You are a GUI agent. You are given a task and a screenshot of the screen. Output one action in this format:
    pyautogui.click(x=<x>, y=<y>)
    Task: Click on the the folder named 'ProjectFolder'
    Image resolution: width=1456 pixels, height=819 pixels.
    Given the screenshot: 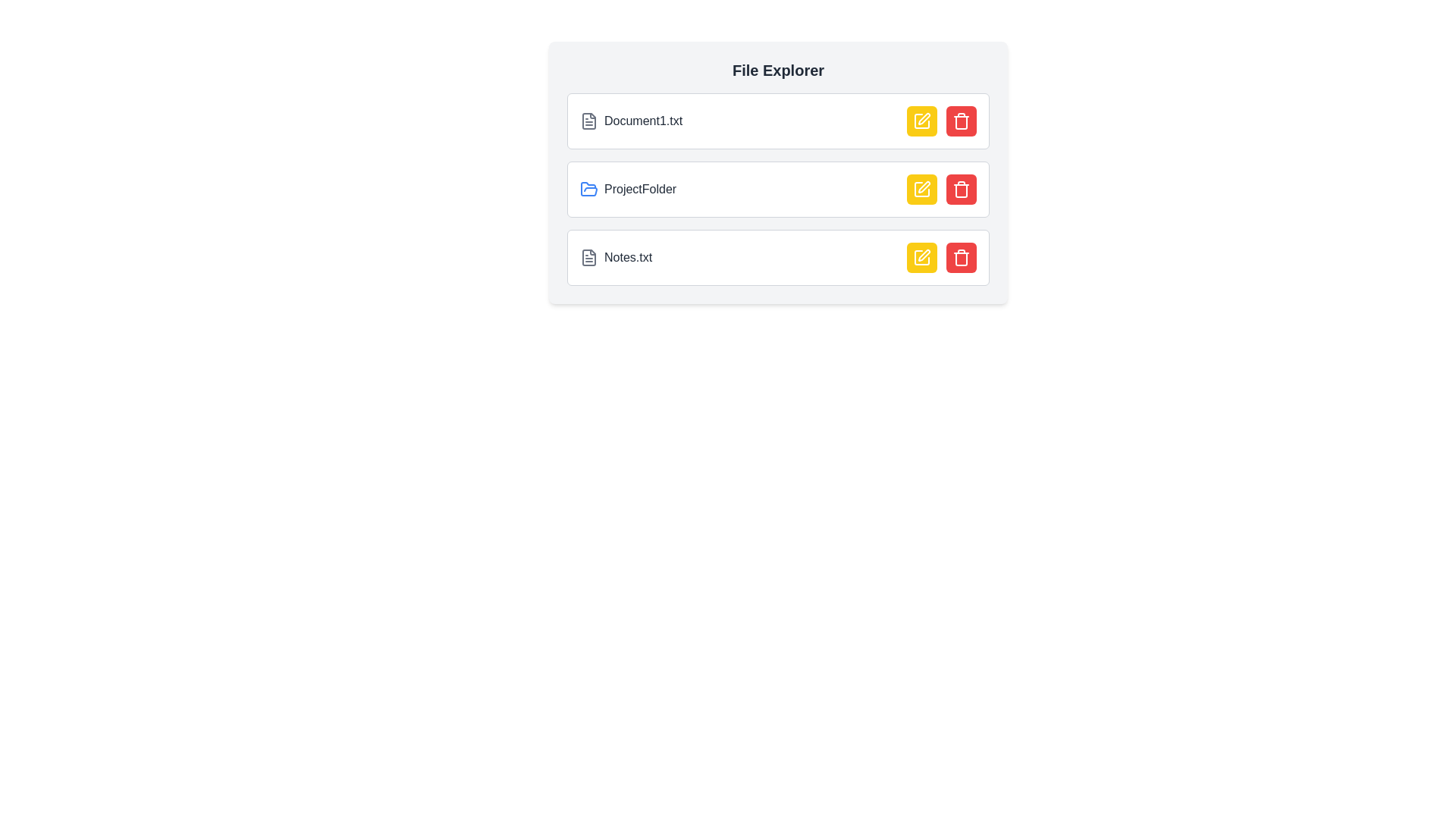 What is the action you would take?
    pyautogui.click(x=628, y=189)
    